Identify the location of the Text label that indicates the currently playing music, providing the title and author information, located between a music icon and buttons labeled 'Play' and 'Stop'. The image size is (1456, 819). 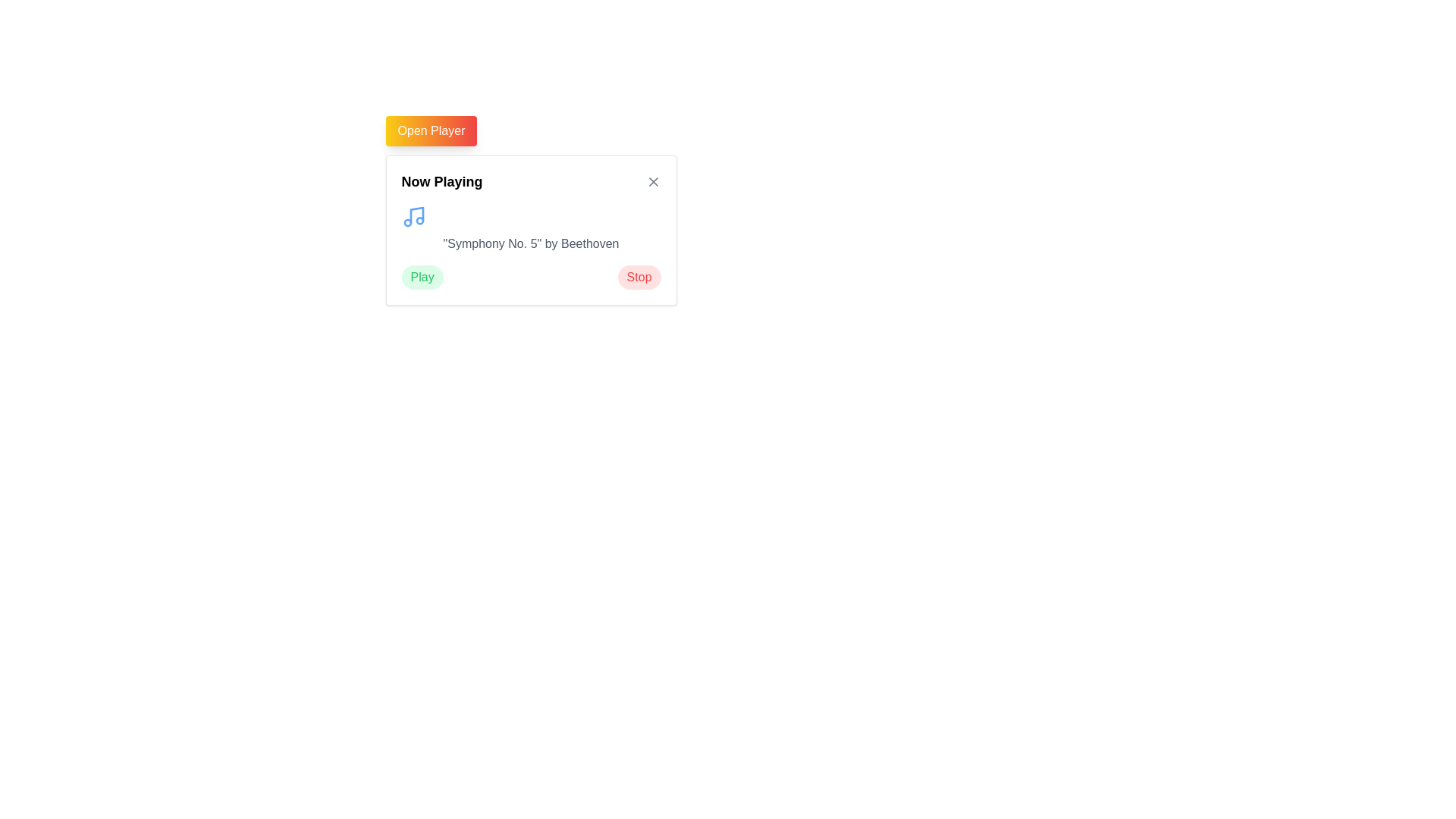
(531, 243).